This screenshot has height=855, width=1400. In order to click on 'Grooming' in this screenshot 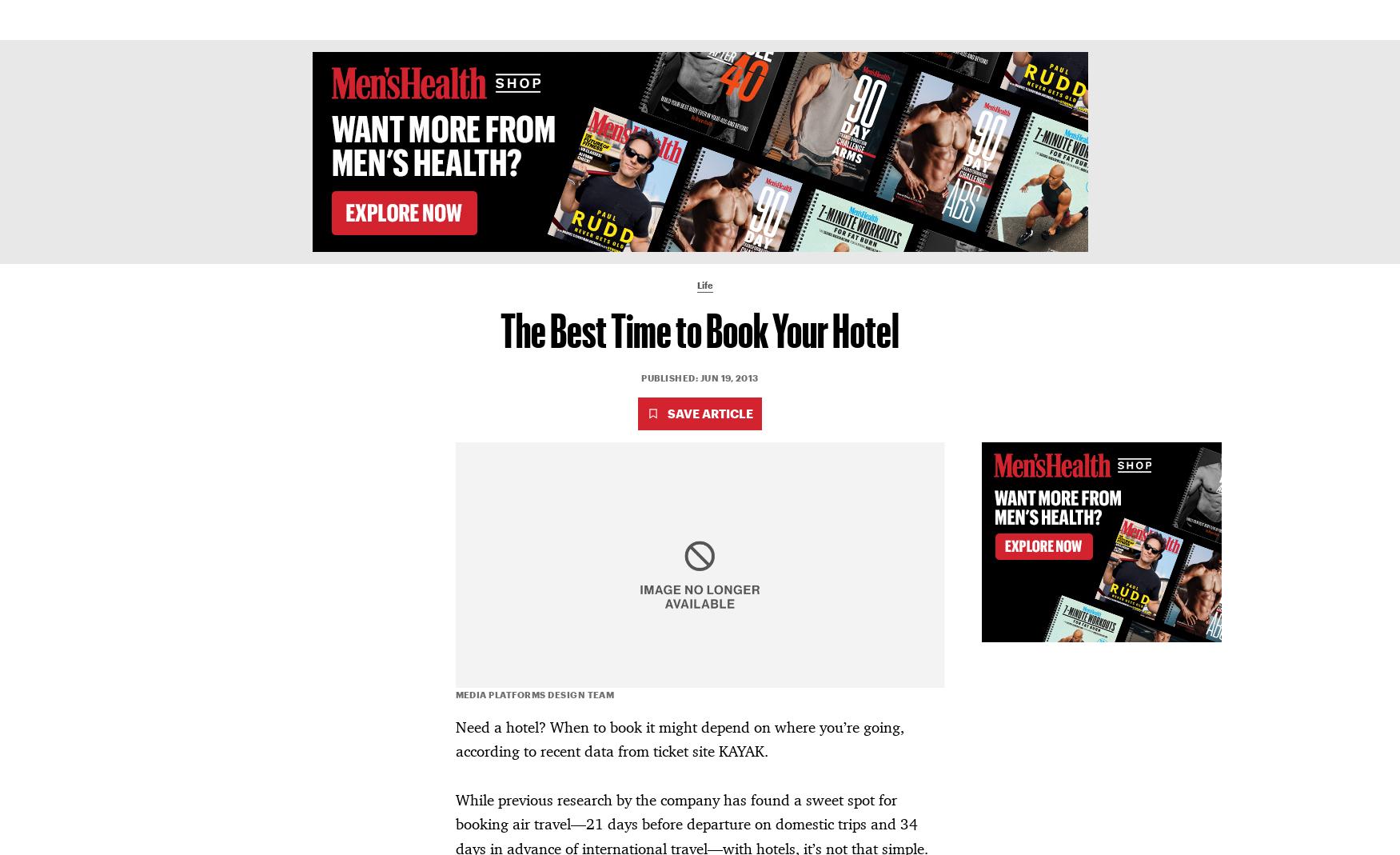, I will do `click(736, 18)`.